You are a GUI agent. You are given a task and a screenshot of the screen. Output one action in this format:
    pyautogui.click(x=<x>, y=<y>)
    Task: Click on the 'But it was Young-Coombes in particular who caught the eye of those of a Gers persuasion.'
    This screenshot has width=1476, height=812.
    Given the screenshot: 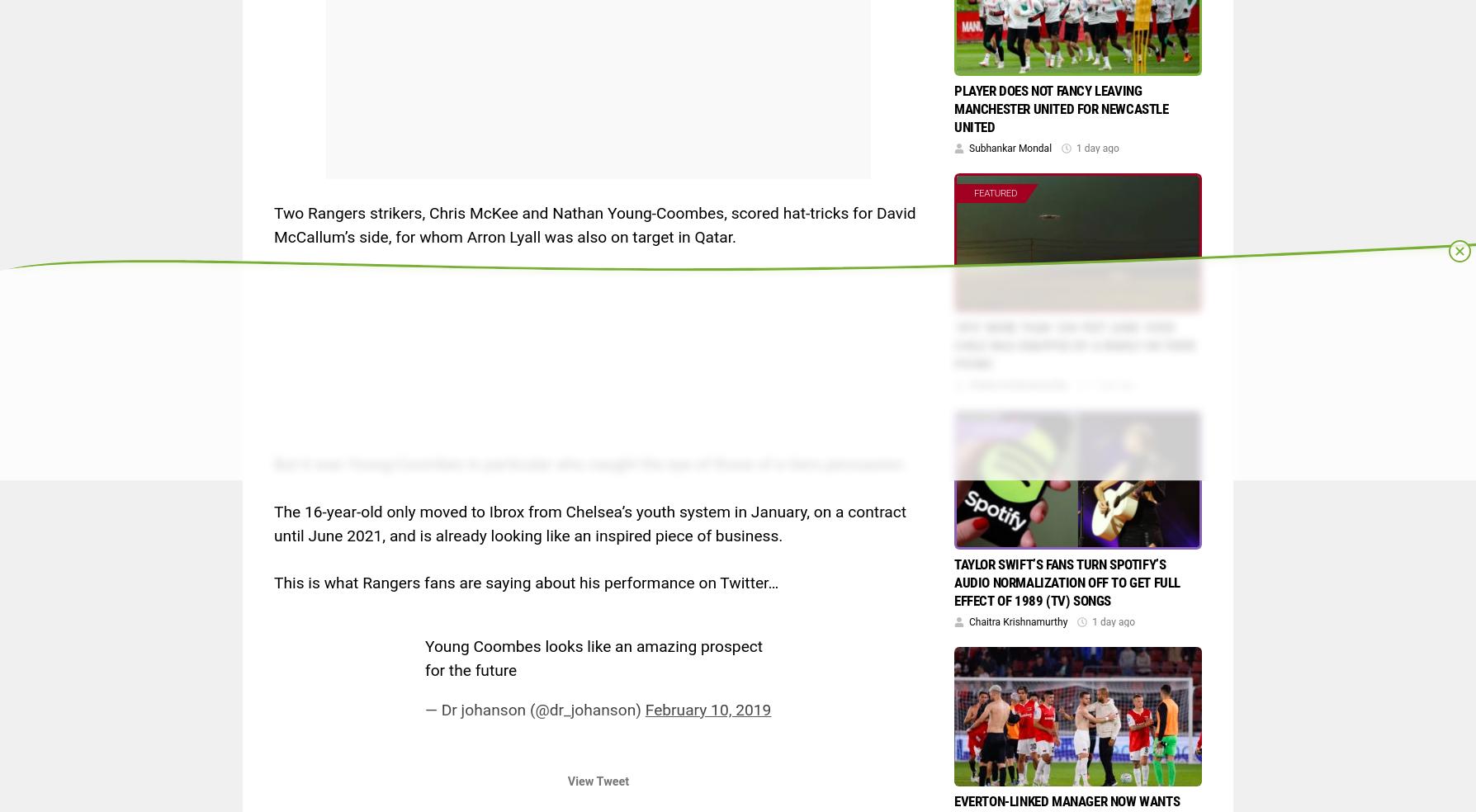 What is the action you would take?
    pyautogui.click(x=589, y=463)
    